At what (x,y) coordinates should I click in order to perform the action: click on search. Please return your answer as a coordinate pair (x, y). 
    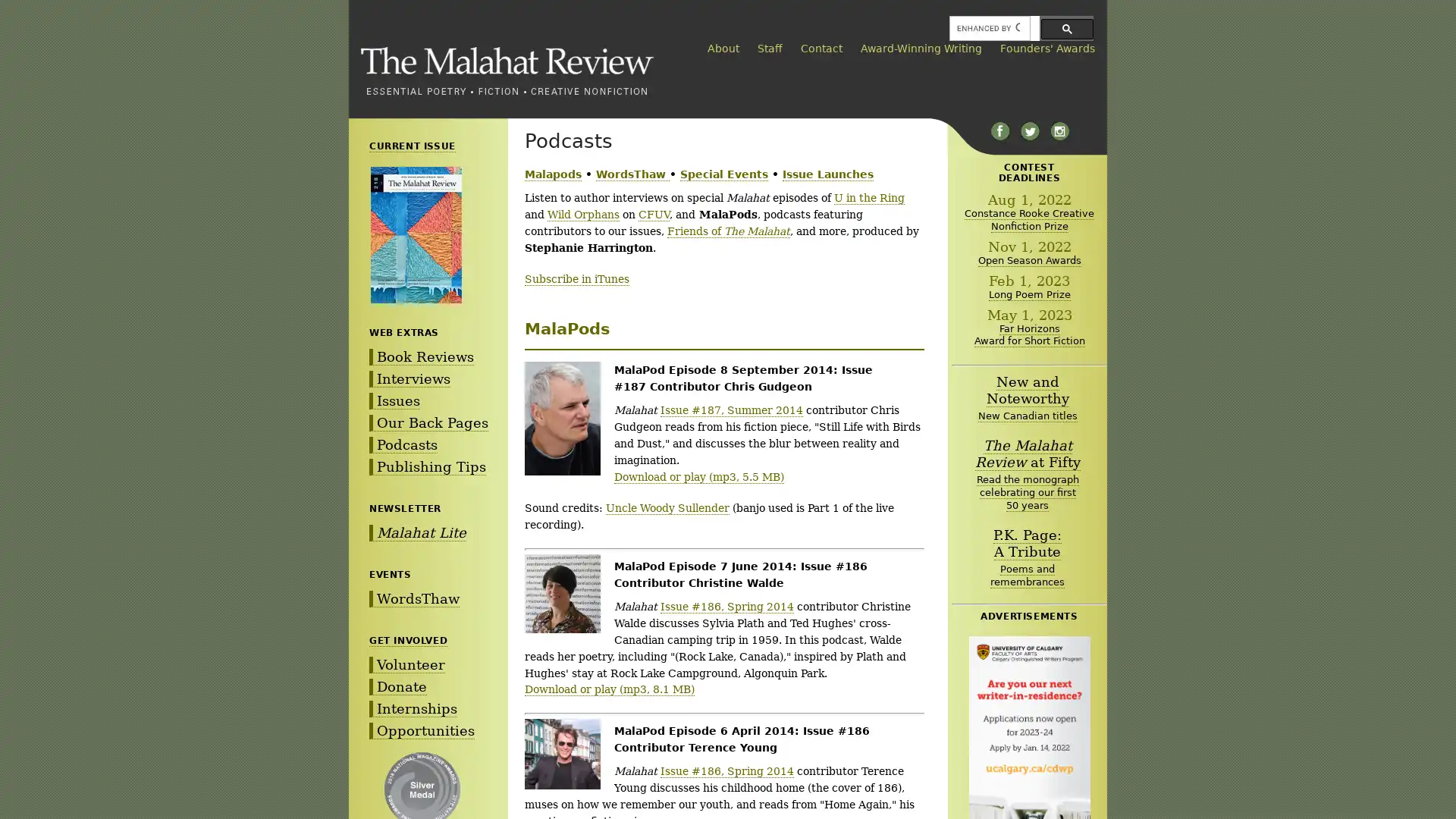
    Looking at the image, I should click on (1066, 28).